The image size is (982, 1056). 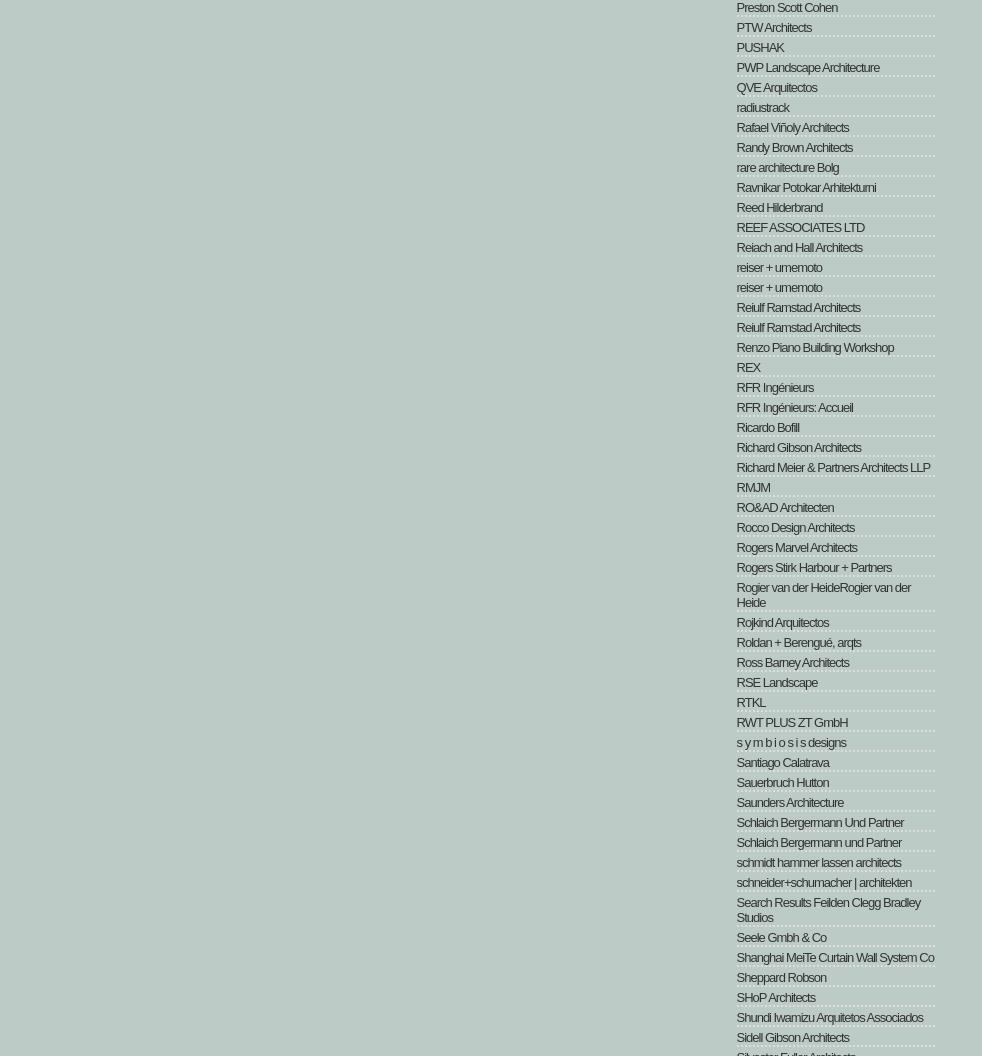 I want to click on 'RMJM', so click(x=752, y=486).